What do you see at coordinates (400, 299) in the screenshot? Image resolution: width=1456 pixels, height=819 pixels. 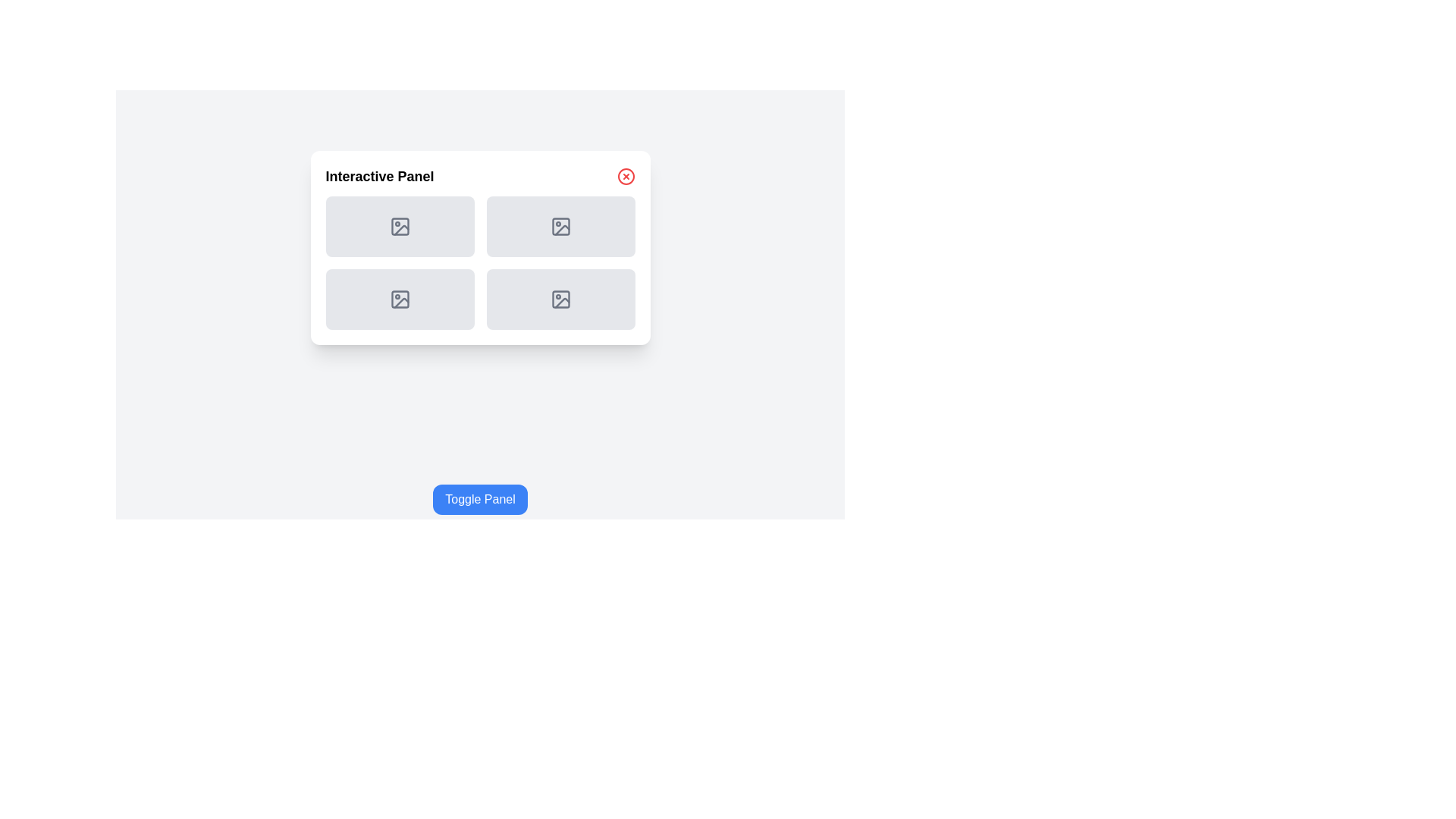 I see `the rectangular icon with rounded corners located in the second row and first column of the 2x2 grid within the 'Interactive Panel'` at bounding box center [400, 299].